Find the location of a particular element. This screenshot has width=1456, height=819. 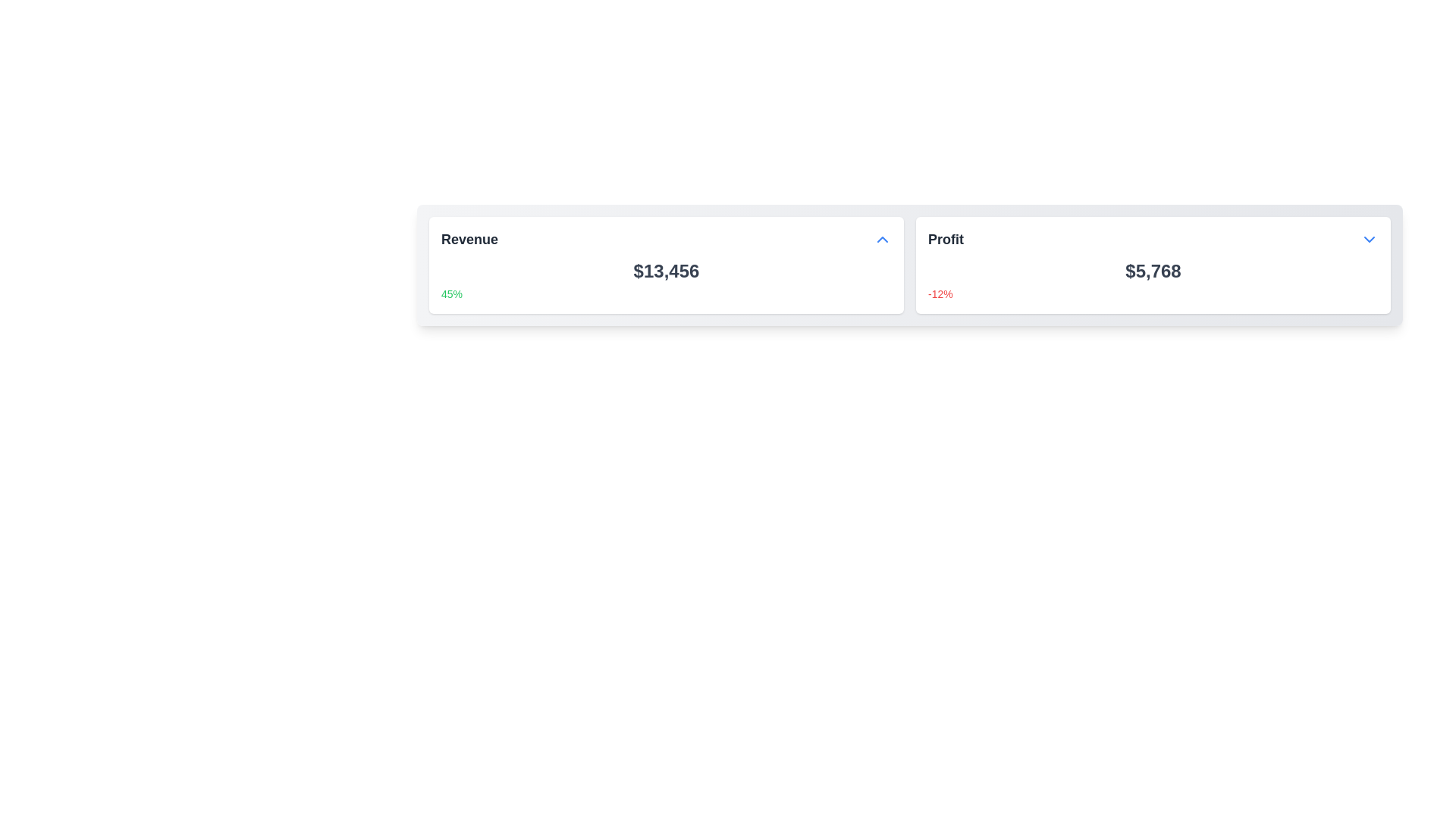

the upward-pointing chevron icon located at the far-right of the 'Revenue' section is located at coordinates (882, 239).